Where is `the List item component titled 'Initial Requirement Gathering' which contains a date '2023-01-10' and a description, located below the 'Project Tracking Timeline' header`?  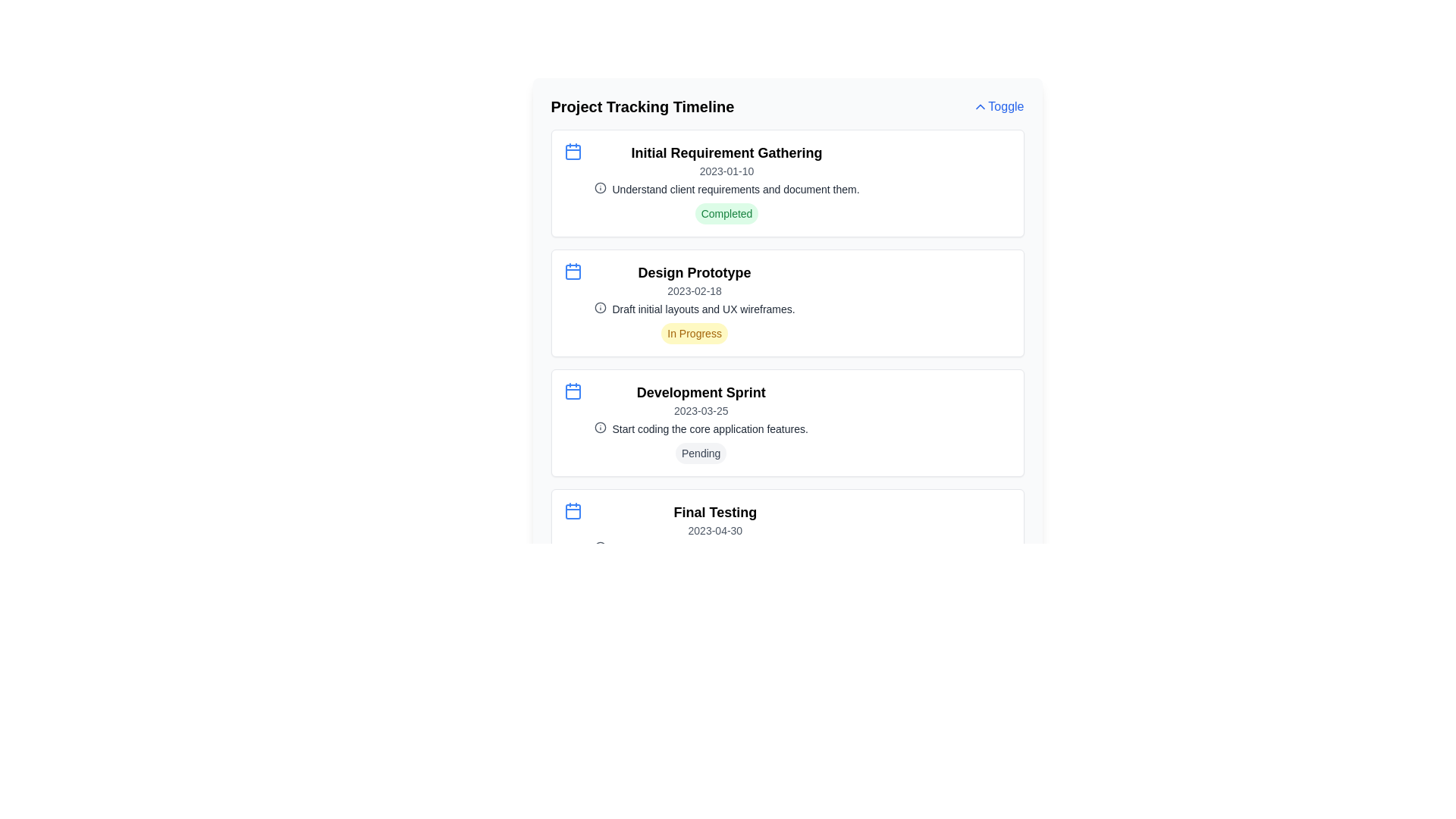 the List item component titled 'Initial Requirement Gathering' which contains a date '2023-01-10' and a description, located below the 'Project Tracking Timeline' header is located at coordinates (787, 183).